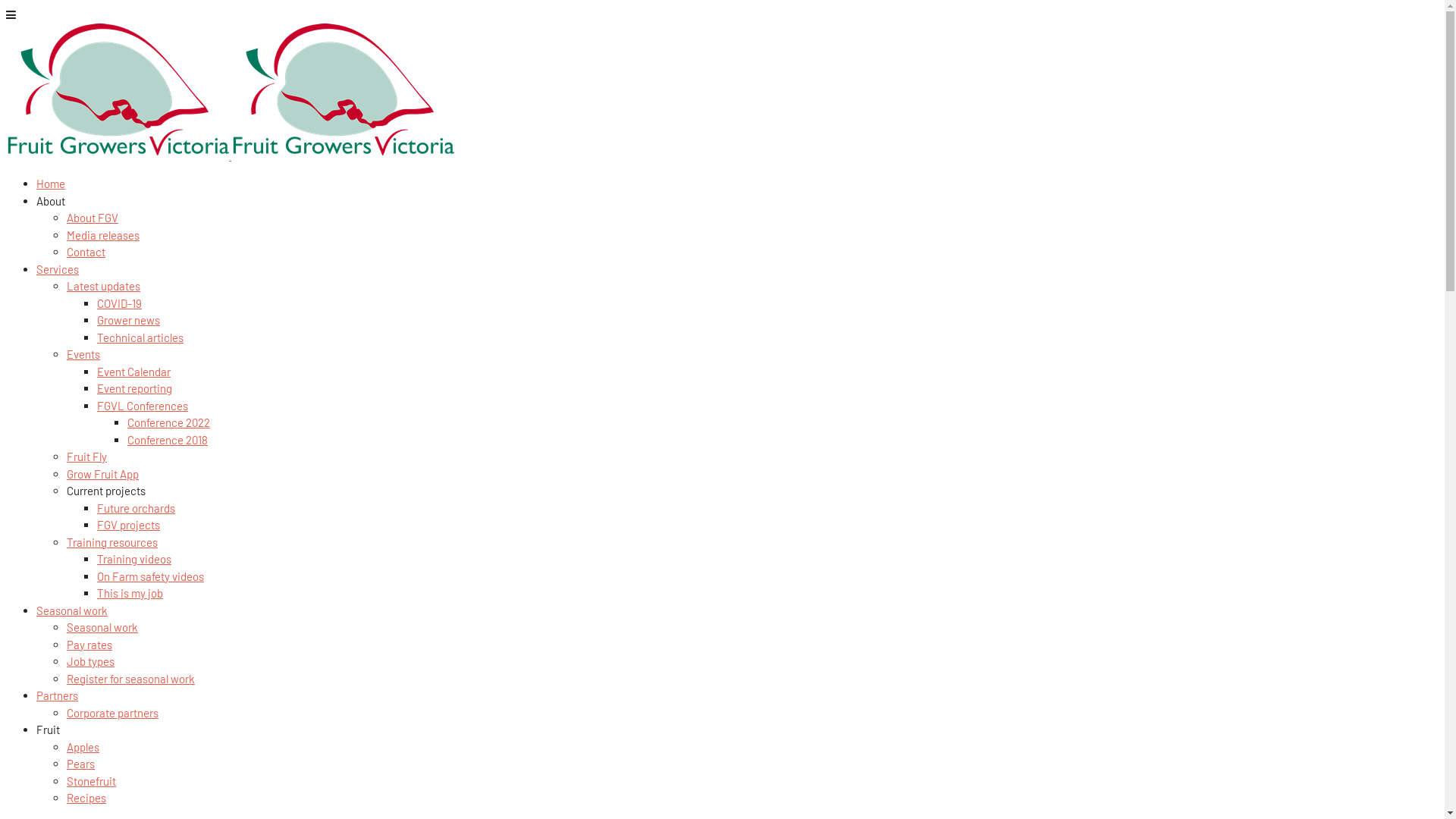 The image size is (1456, 819). Describe the element at coordinates (65, 660) in the screenshot. I see `'Job types'` at that location.